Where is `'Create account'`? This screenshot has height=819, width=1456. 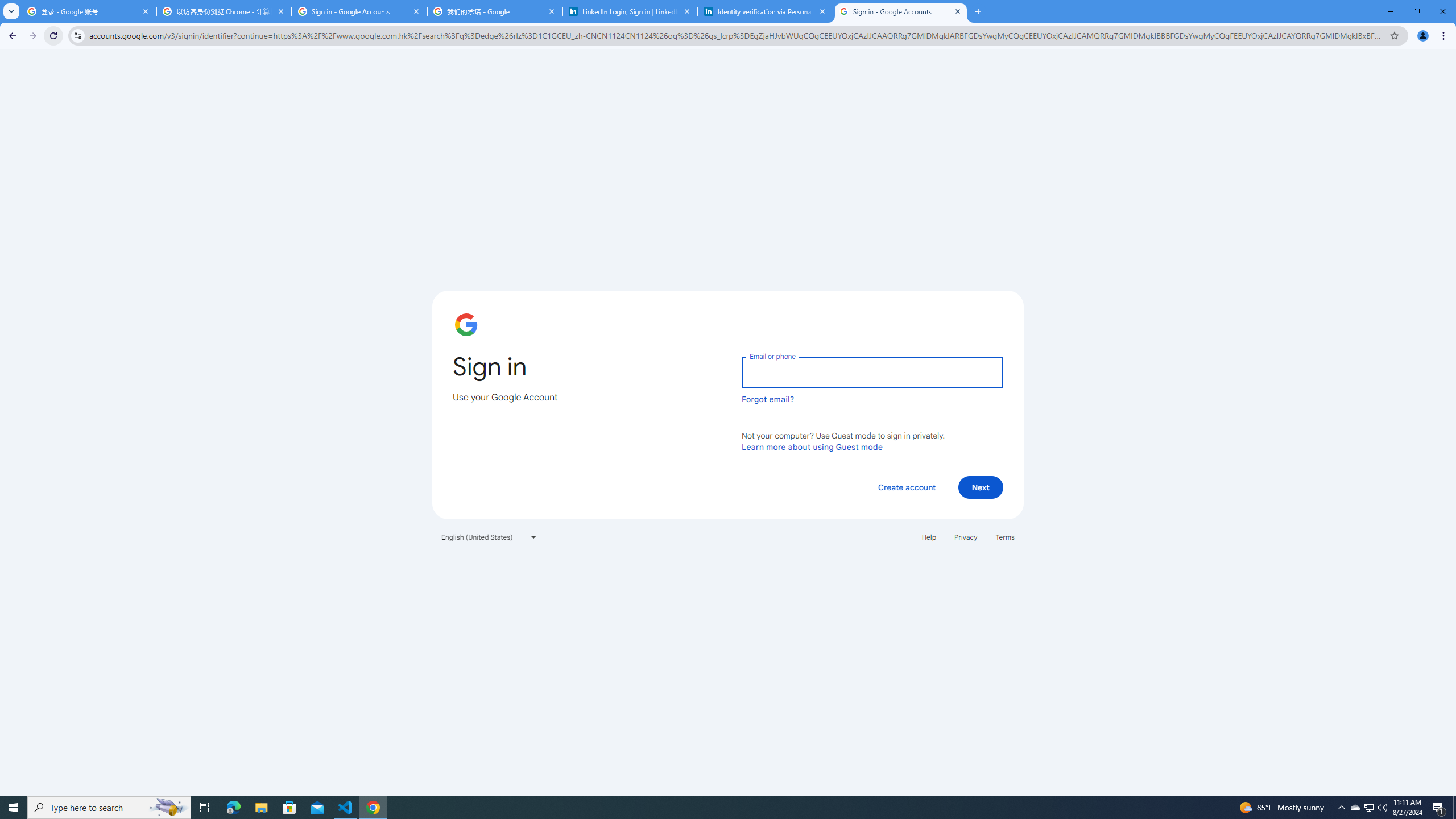 'Create account' is located at coordinates (906, 486).